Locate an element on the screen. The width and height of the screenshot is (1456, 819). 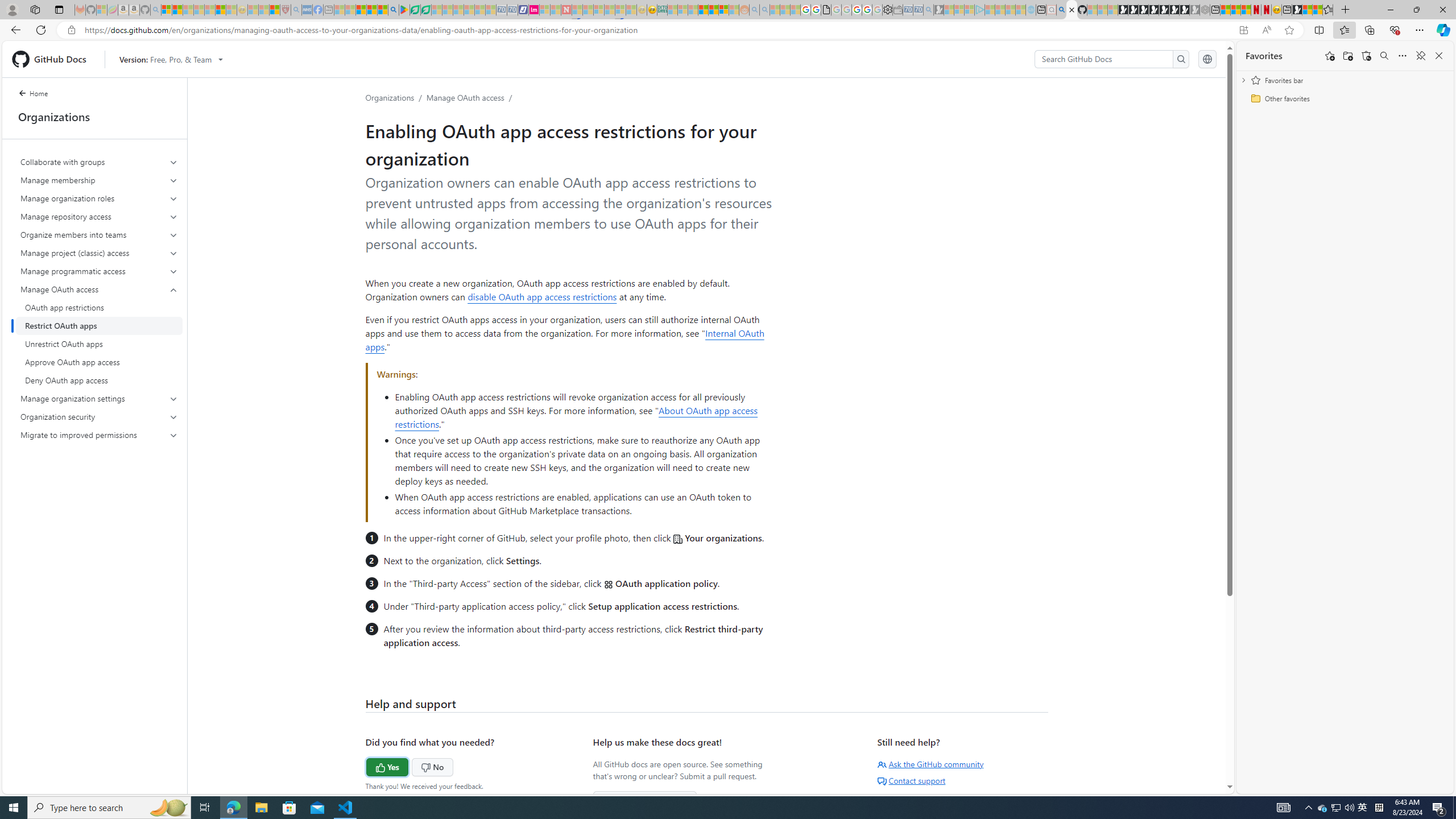
'Read aloud this page (Ctrl+Shift+U)' is located at coordinates (1266, 30).